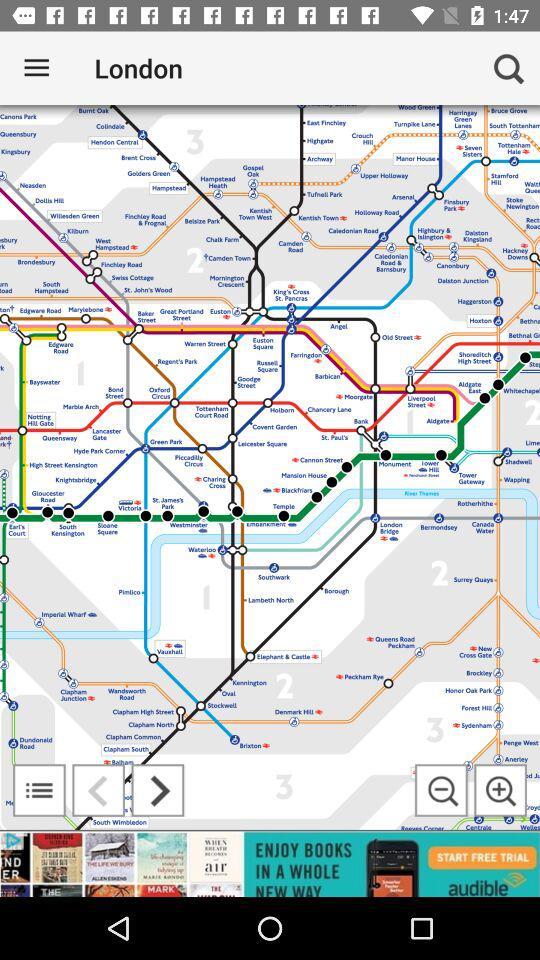 This screenshot has width=540, height=960. What do you see at coordinates (97, 790) in the screenshot?
I see `previous page` at bounding box center [97, 790].